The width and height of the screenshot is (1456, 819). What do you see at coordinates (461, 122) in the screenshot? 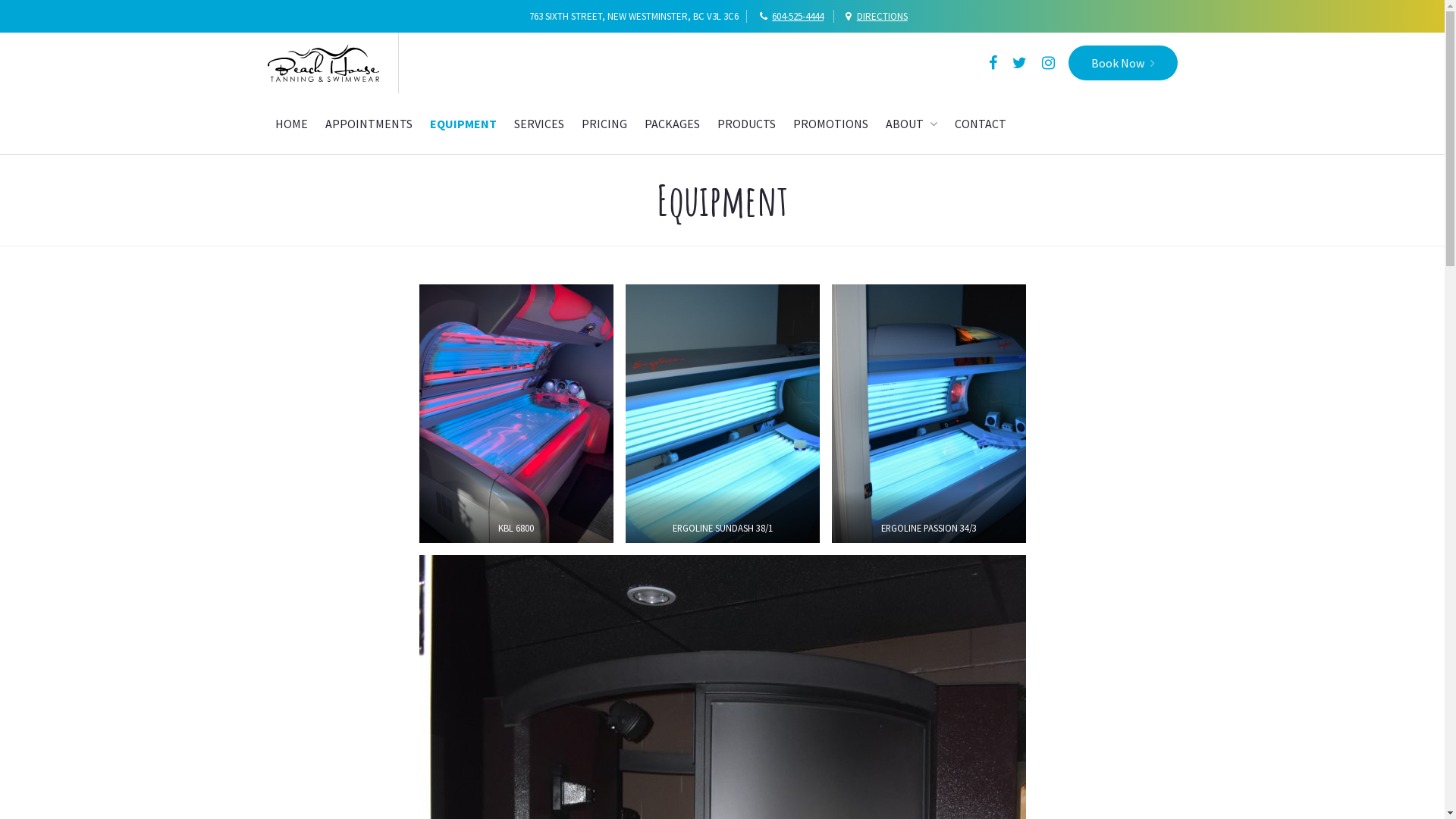
I see `'EQUIPMENT'` at bounding box center [461, 122].